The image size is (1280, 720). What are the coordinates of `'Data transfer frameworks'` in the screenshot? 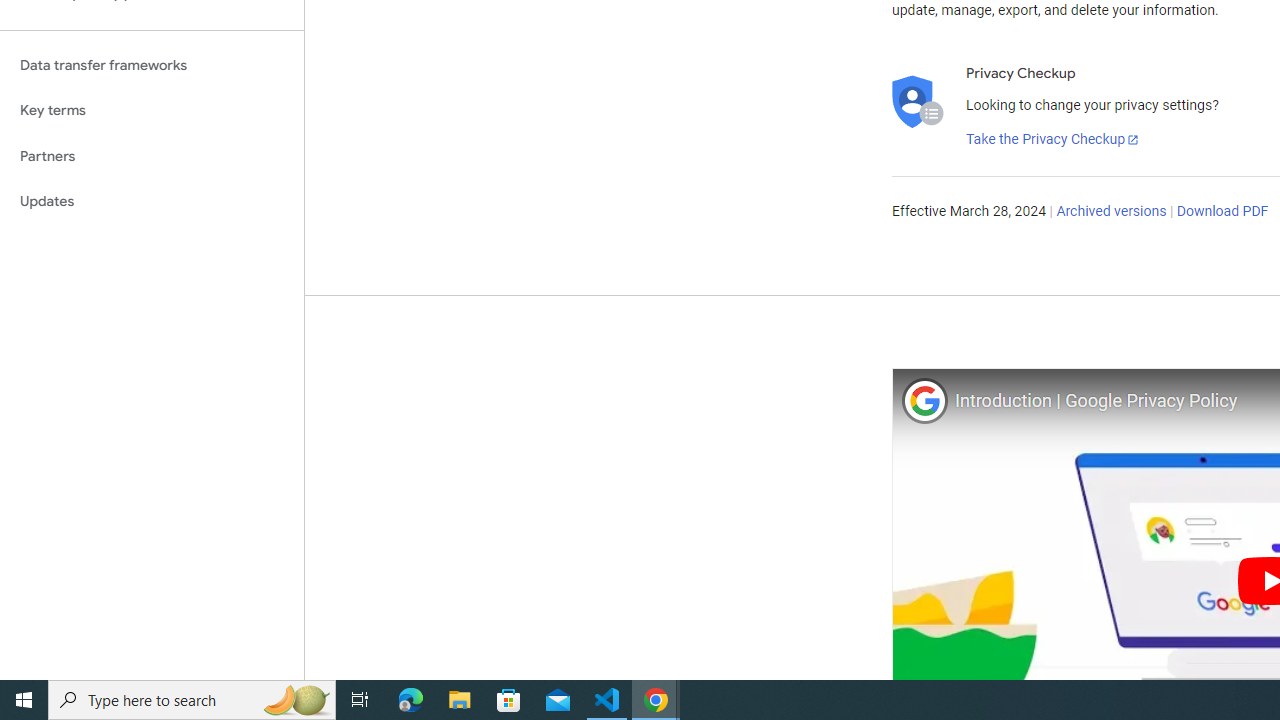 It's located at (151, 64).